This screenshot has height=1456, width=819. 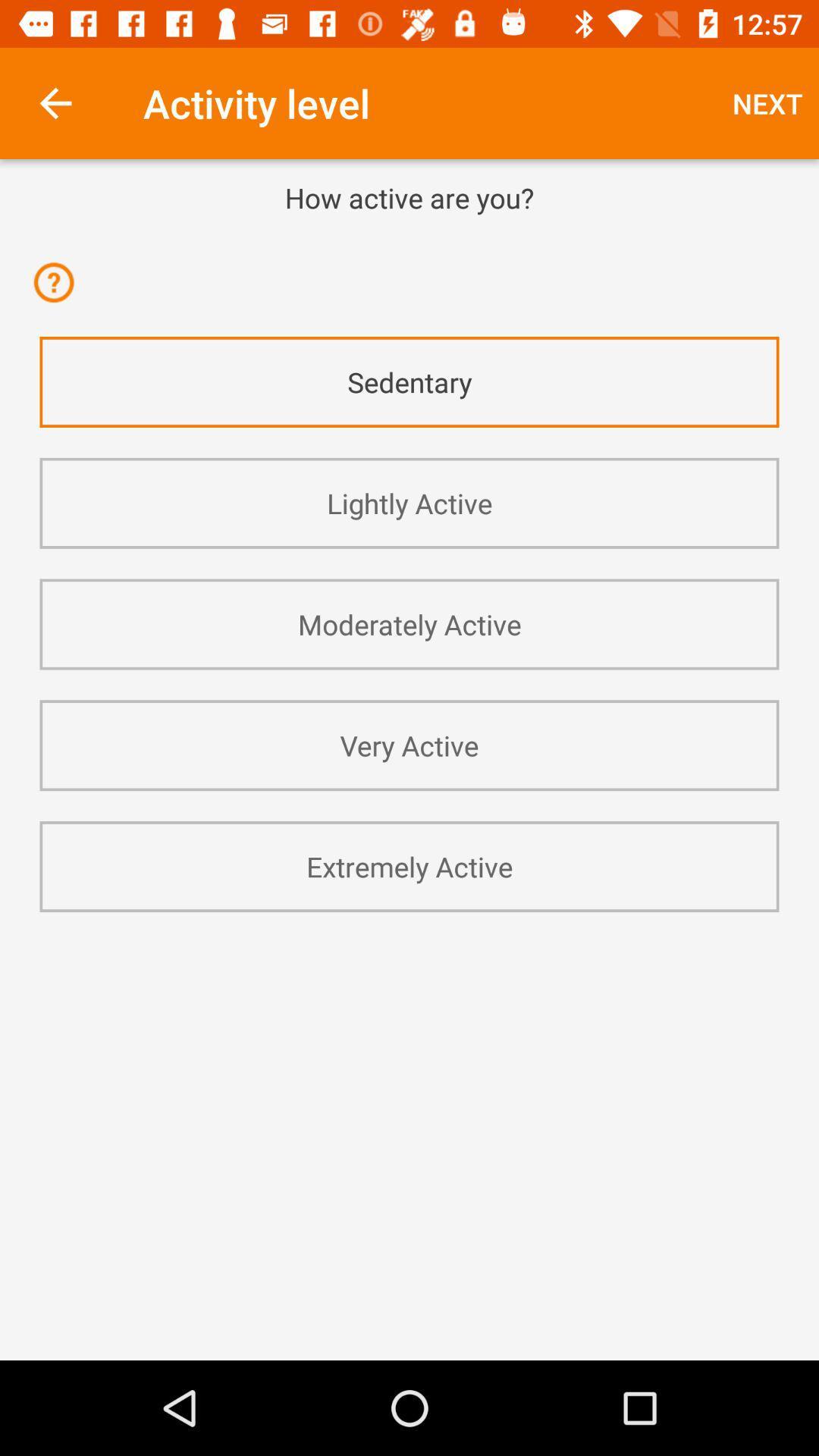 What do you see at coordinates (409, 952) in the screenshot?
I see `app below the extremely active item` at bounding box center [409, 952].